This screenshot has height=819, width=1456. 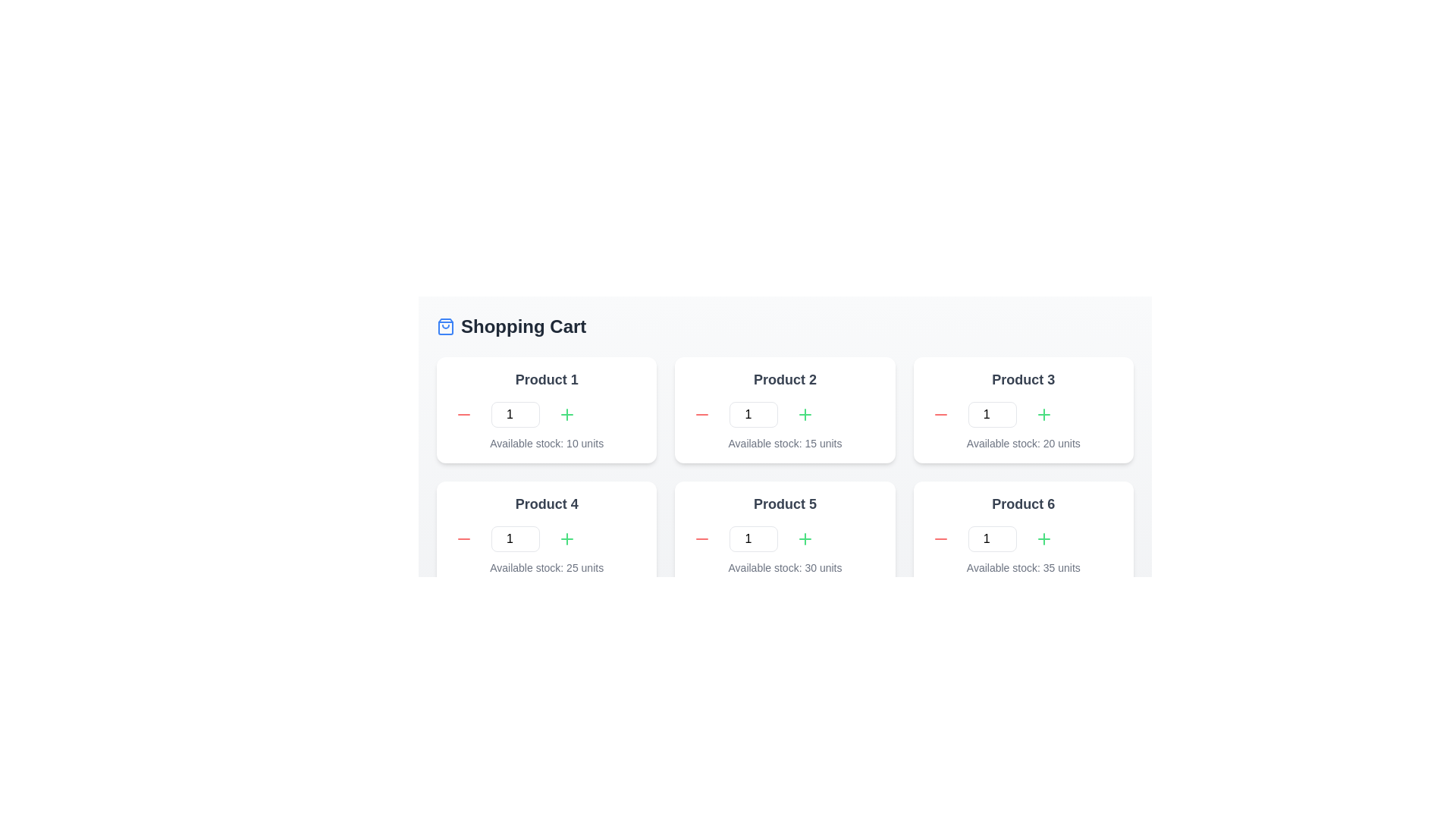 I want to click on the button to the right of the numeric input field that increments the quantity of 'Product 2' in the shopping cart, so click(x=805, y=415).